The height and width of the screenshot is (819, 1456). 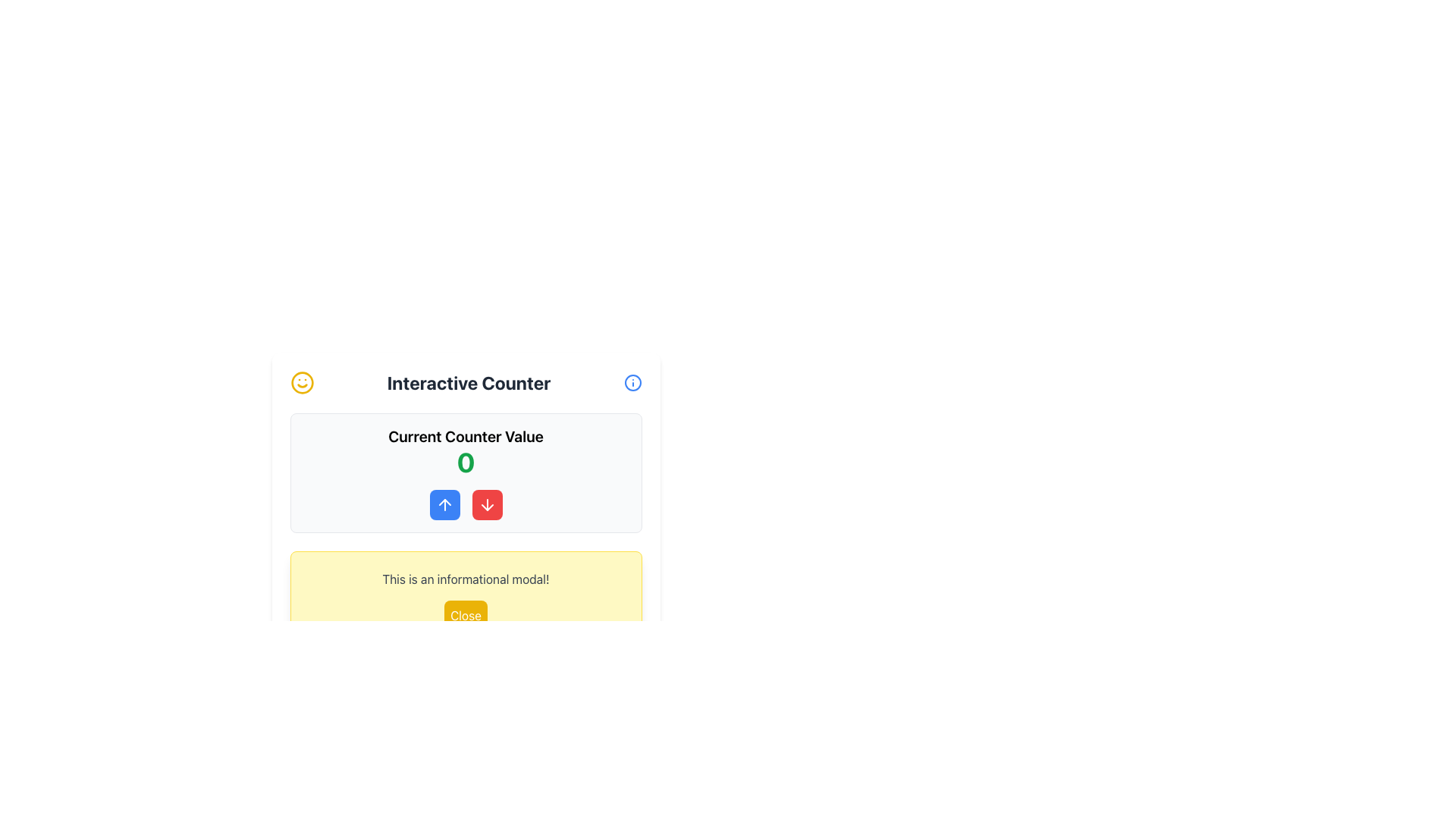 What do you see at coordinates (465, 505) in the screenshot?
I see `the grouping element containing two interactive buttons, one blue with an upward arrow and one red with a downward arrow, to observe their hover effects` at bounding box center [465, 505].